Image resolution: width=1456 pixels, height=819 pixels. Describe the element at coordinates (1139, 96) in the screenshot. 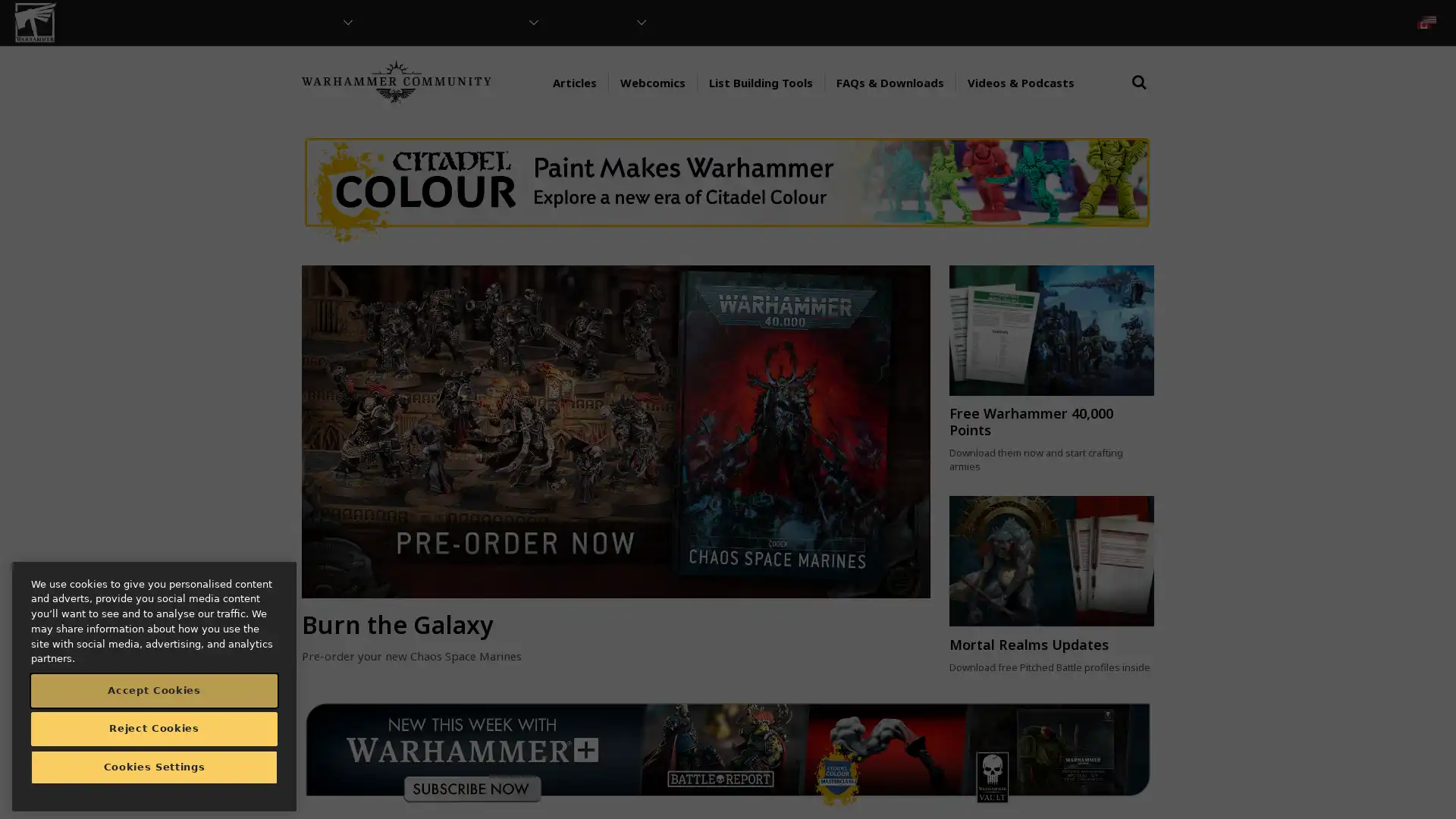

I see `Search` at that location.